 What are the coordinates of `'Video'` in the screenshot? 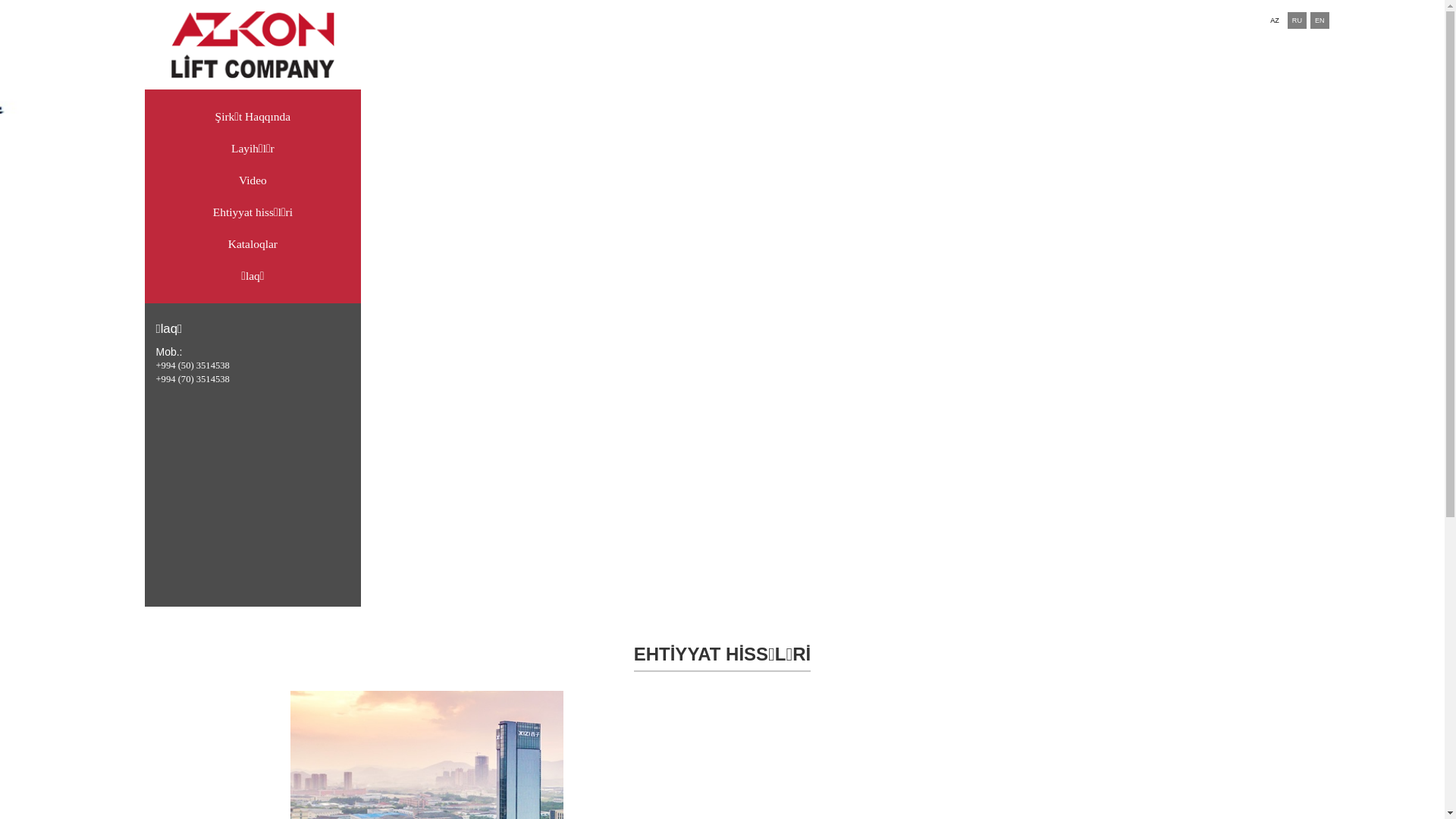 It's located at (253, 180).